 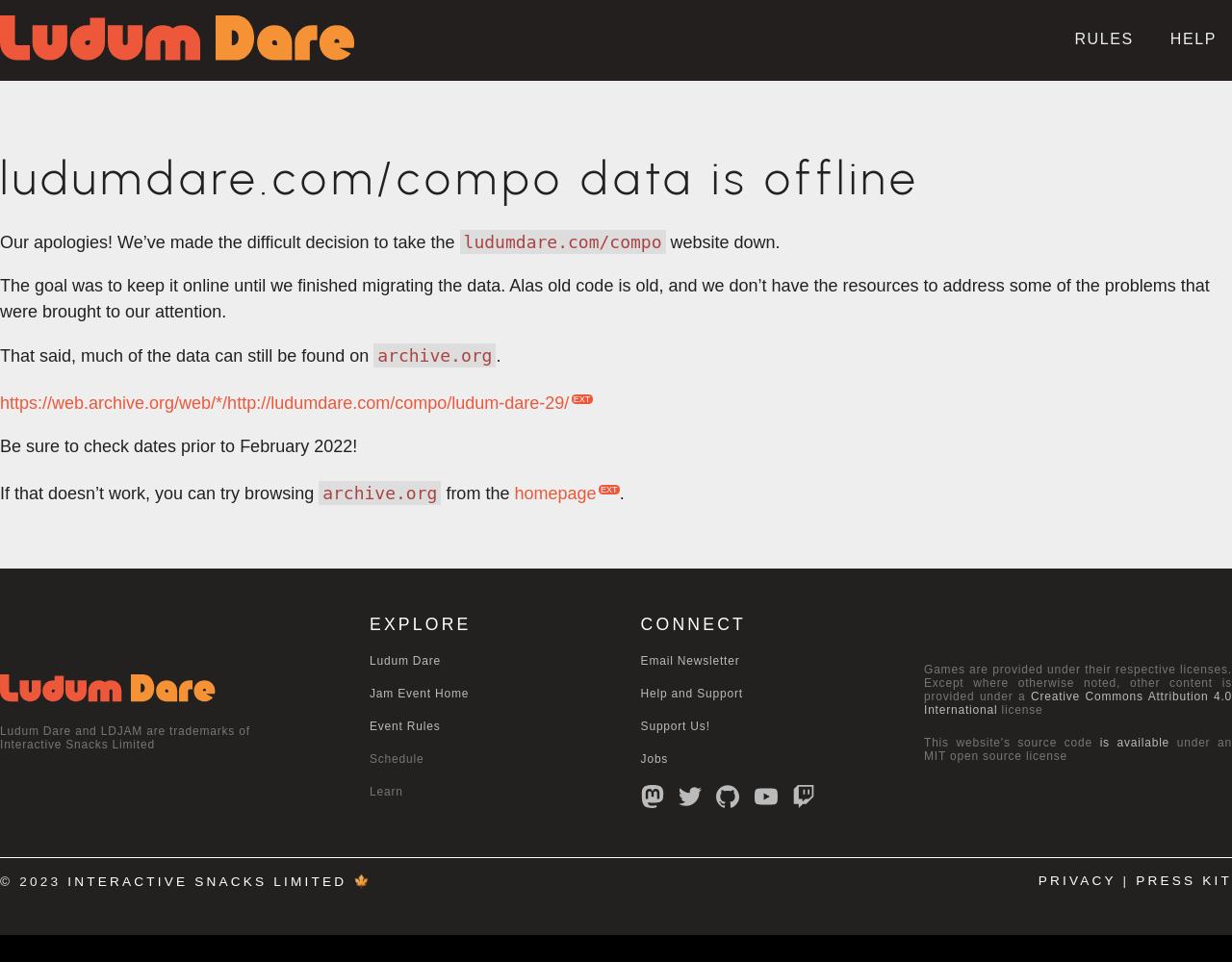 What do you see at coordinates (1018, 709) in the screenshot?
I see `'license'` at bounding box center [1018, 709].